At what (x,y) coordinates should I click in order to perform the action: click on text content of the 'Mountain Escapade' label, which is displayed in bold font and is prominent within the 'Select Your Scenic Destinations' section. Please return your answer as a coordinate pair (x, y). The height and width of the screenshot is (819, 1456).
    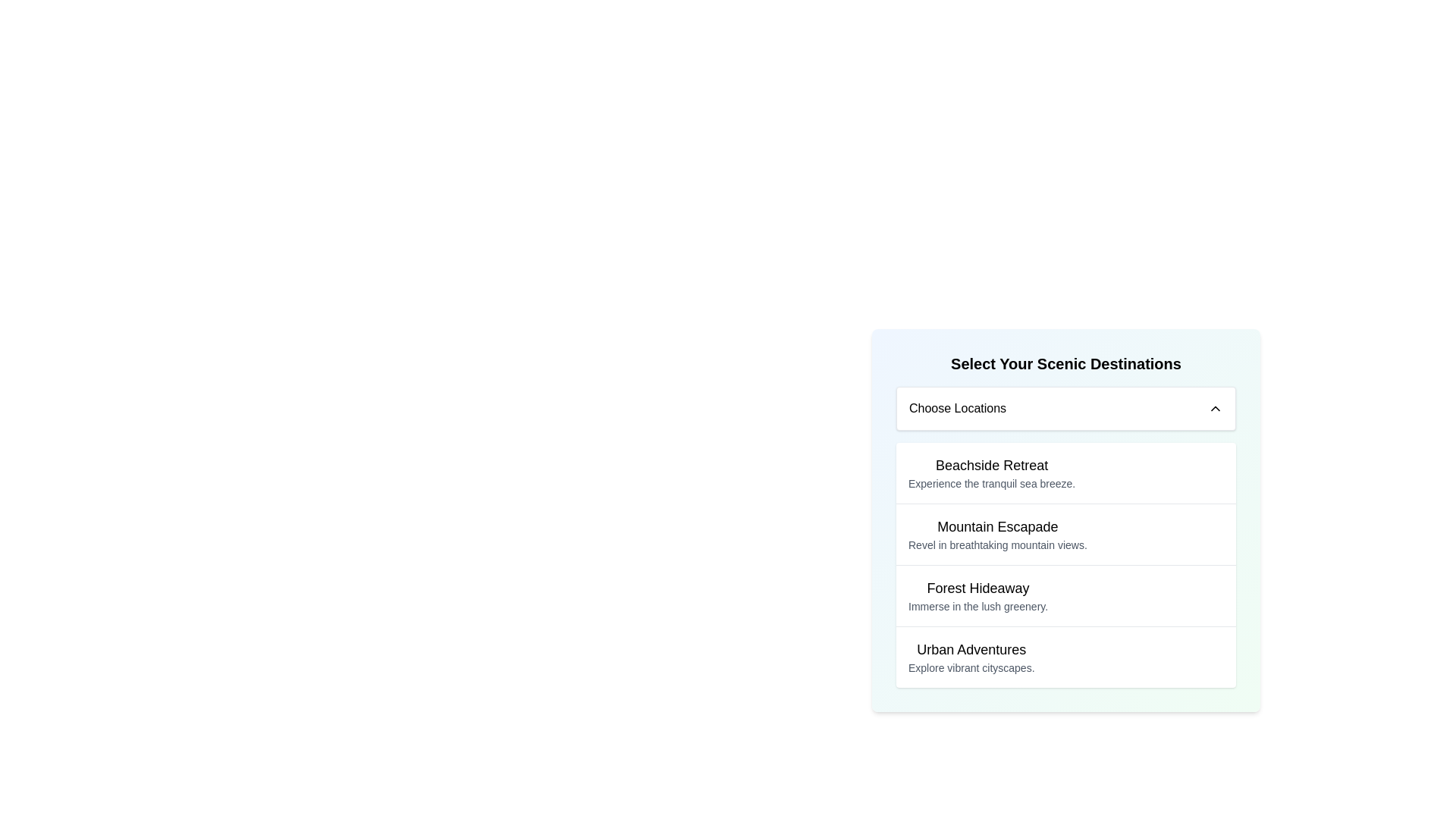
    Looking at the image, I should click on (997, 526).